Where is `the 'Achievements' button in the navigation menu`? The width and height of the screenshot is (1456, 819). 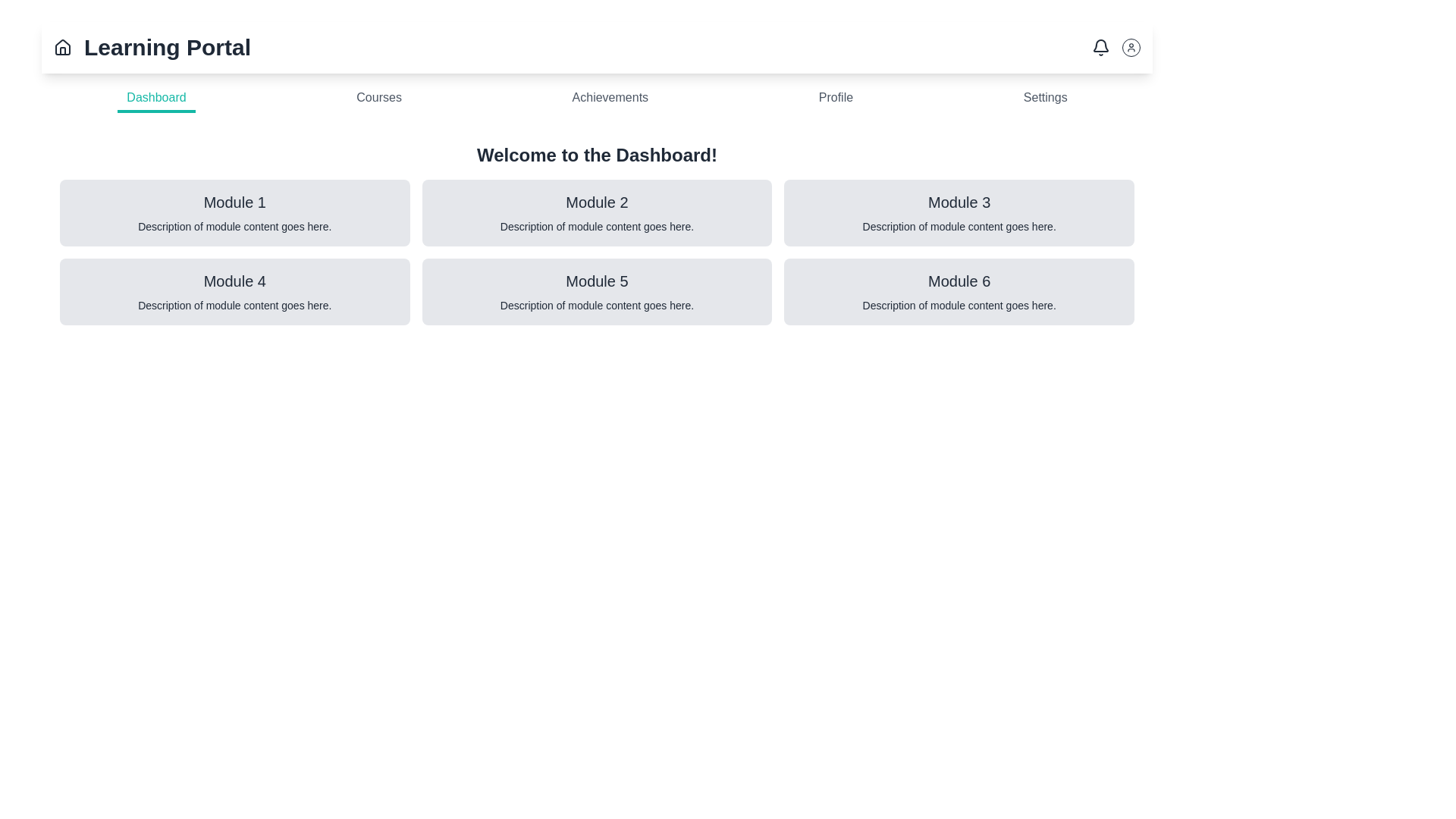 the 'Achievements' button in the navigation menu is located at coordinates (610, 99).